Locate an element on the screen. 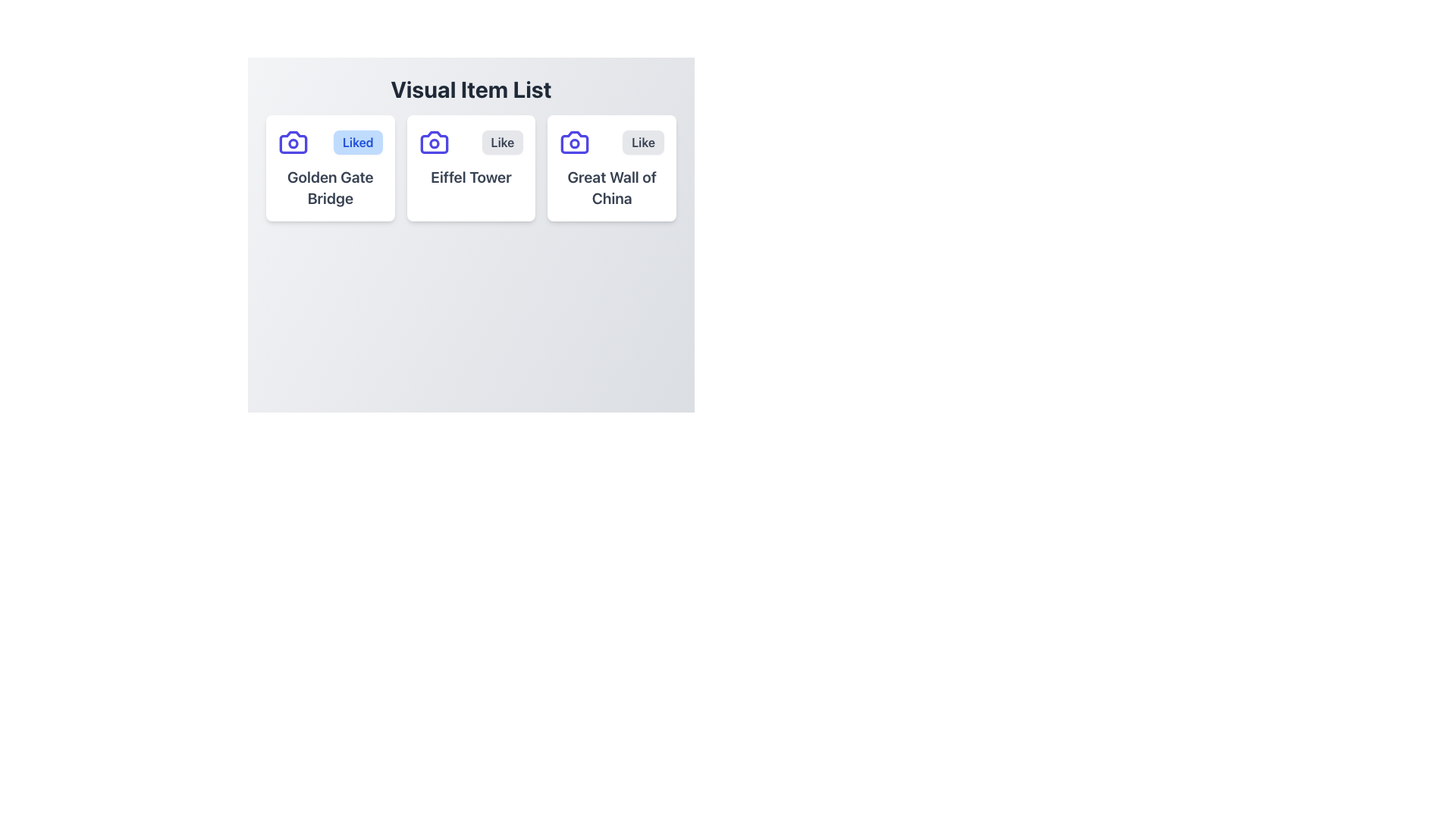  the camera icon located to the left of the 'Liked' button and above the 'Golden Gate Bridge' text is located at coordinates (293, 143).